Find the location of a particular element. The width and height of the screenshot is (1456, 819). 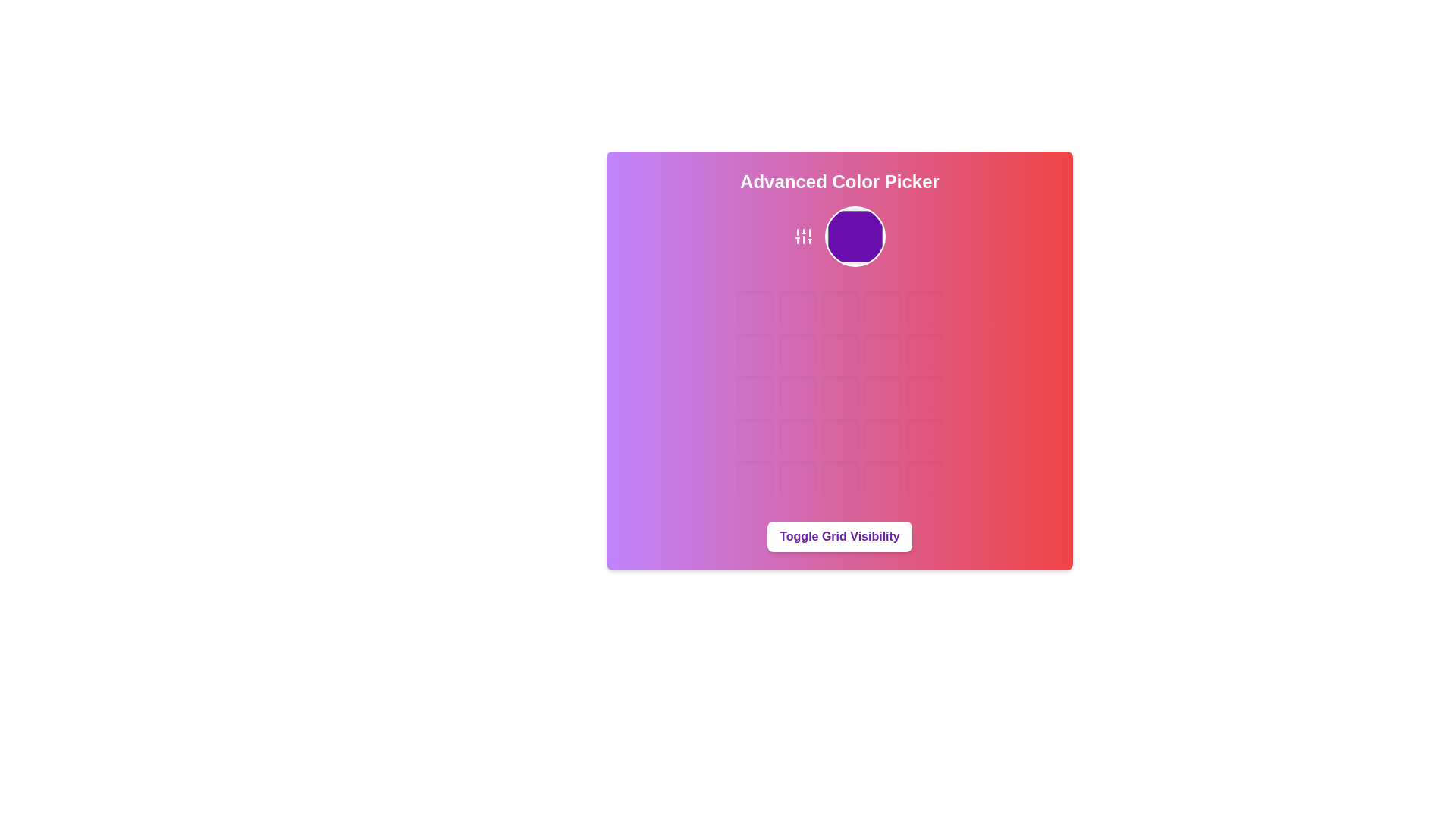

the square grid cell located in the first row and fourth column is located at coordinates (882, 309).